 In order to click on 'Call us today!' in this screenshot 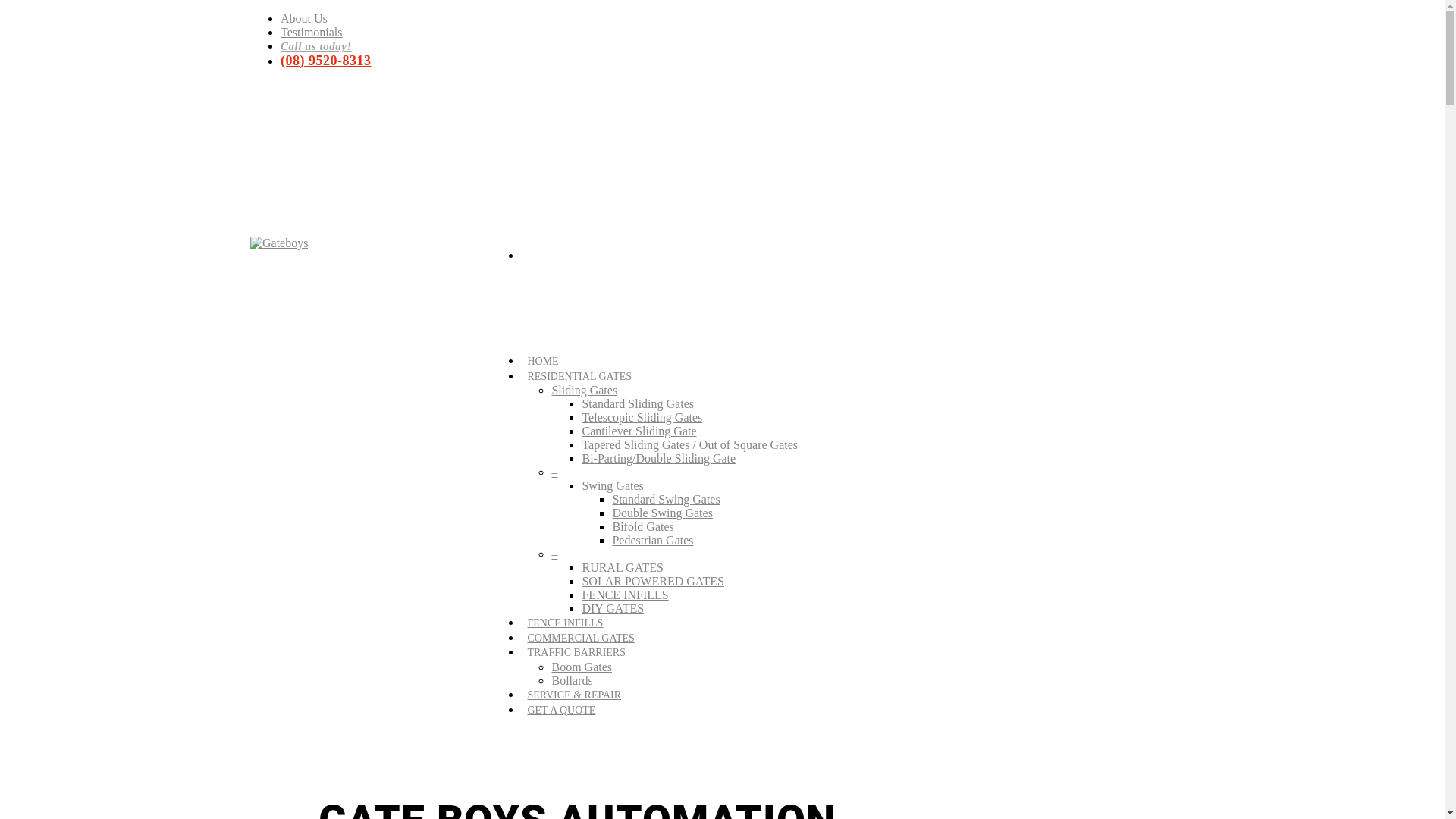, I will do `click(315, 45)`.